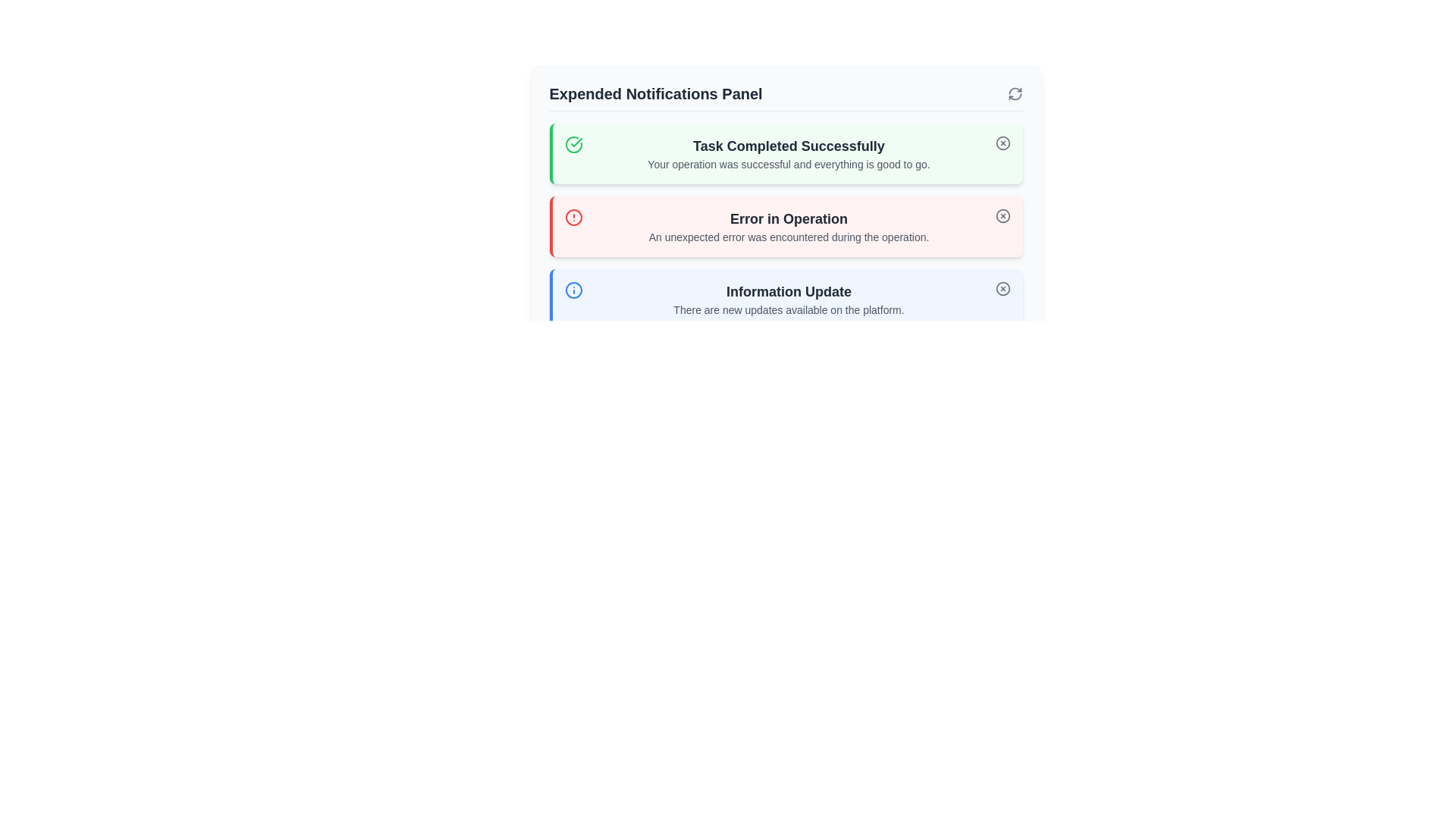  What do you see at coordinates (789, 227) in the screenshot?
I see `the textual content within the second notification card that summarizes an error notification, which states 'Error in Operation' and provides additional context` at bounding box center [789, 227].